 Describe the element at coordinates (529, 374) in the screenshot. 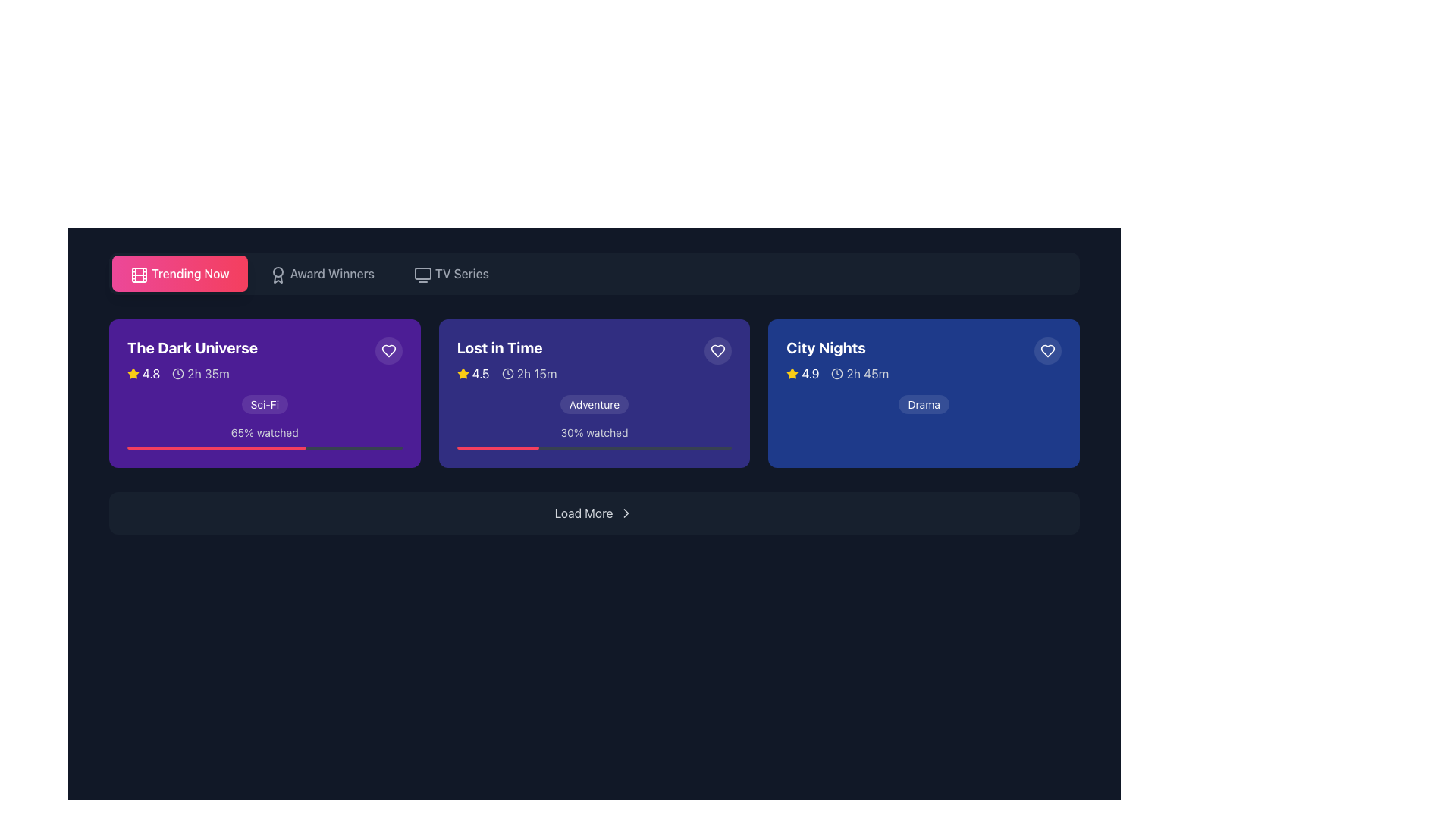

I see `displayed duration from the text label located below the yellow star icon and '4.5' rating text in the second card titled 'Lost in Time'` at that location.